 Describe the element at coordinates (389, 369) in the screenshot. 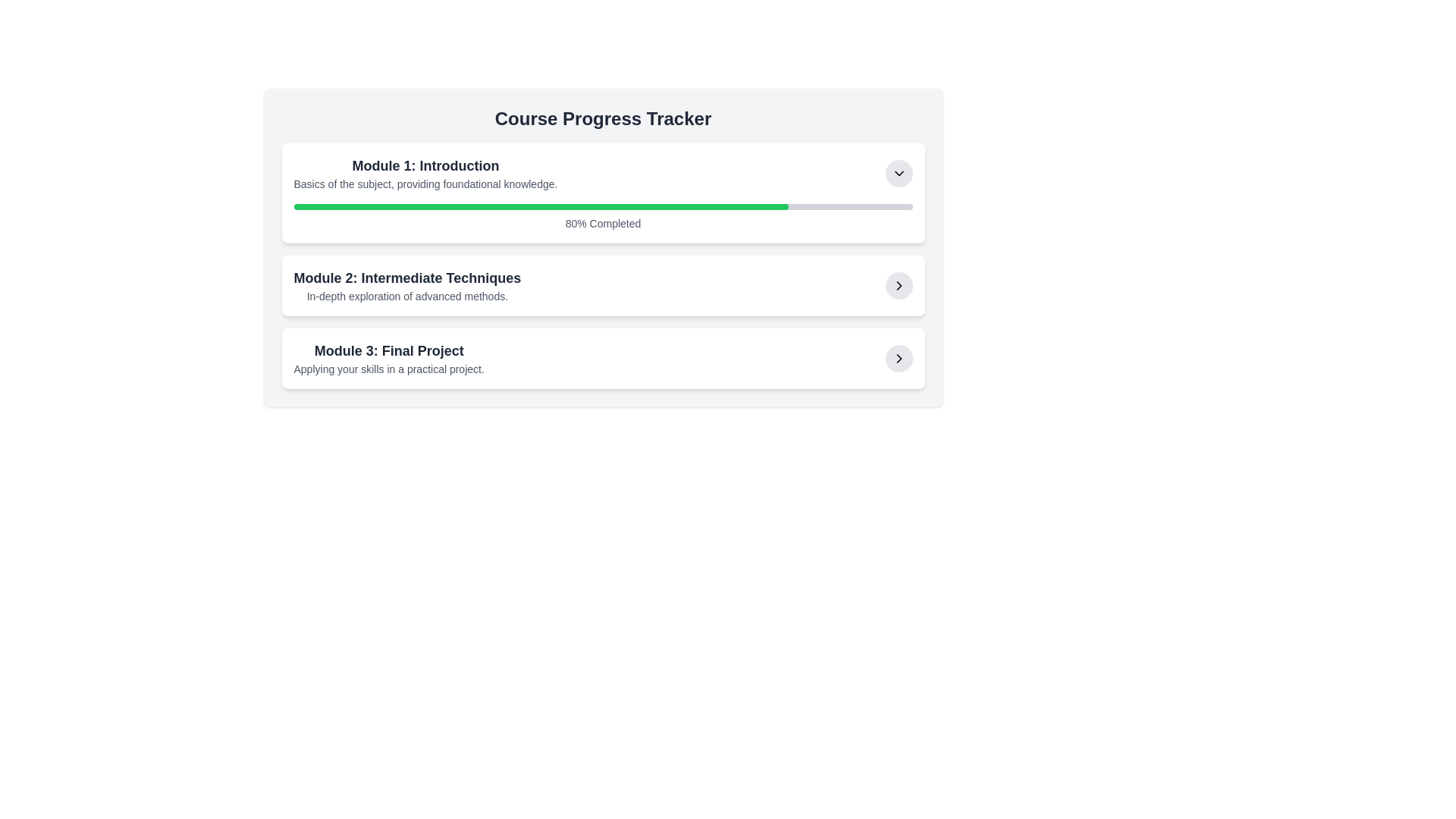

I see `the text label providing additional information about 'Module 3: Final Project', which is positioned directly below the main title of the module` at that location.